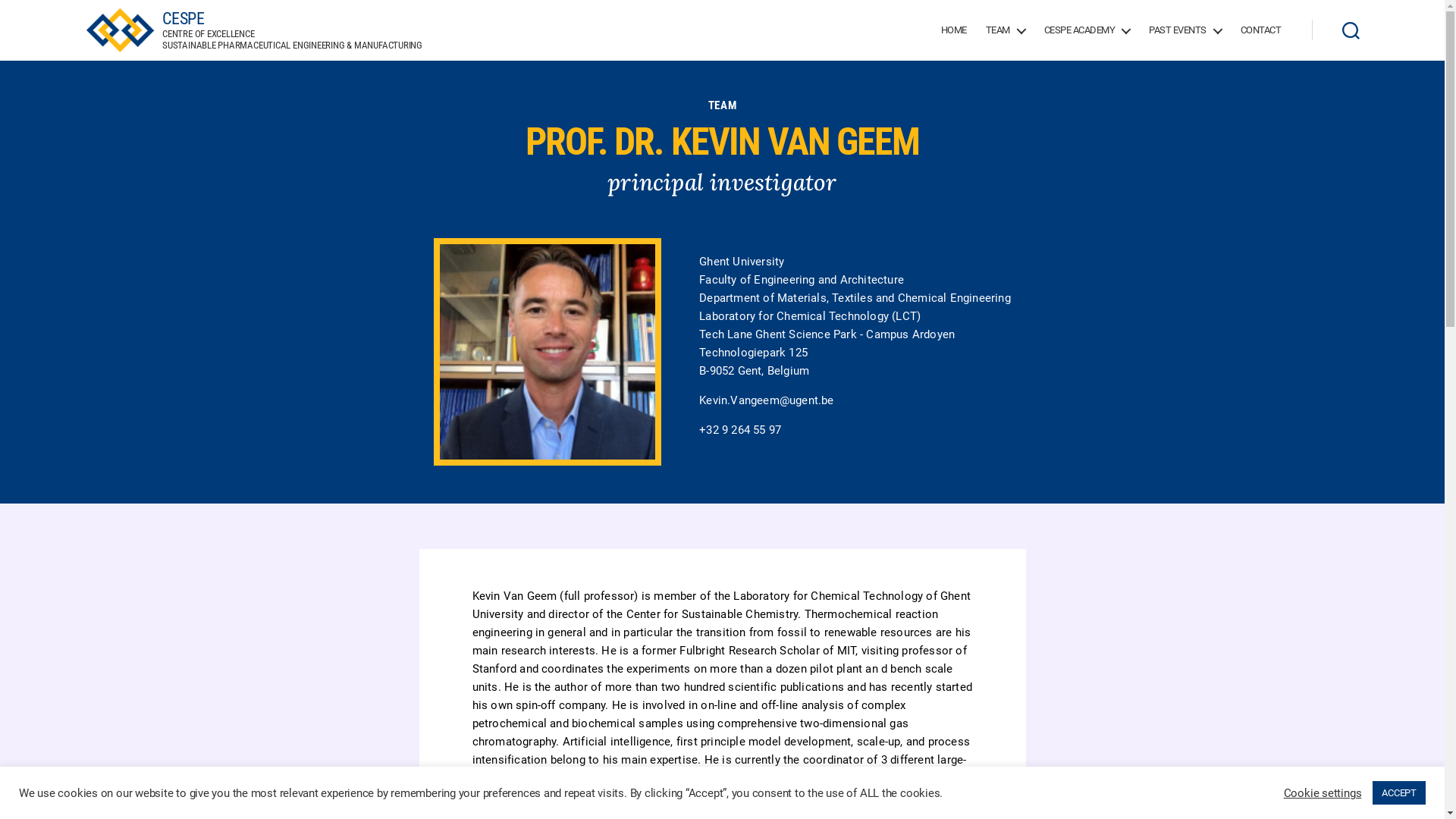 The width and height of the screenshot is (1456, 819). What do you see at coordinates (1322, 792) in the screenshot?
I see `'Cookie settings'` at bounding box center [1322, 792].